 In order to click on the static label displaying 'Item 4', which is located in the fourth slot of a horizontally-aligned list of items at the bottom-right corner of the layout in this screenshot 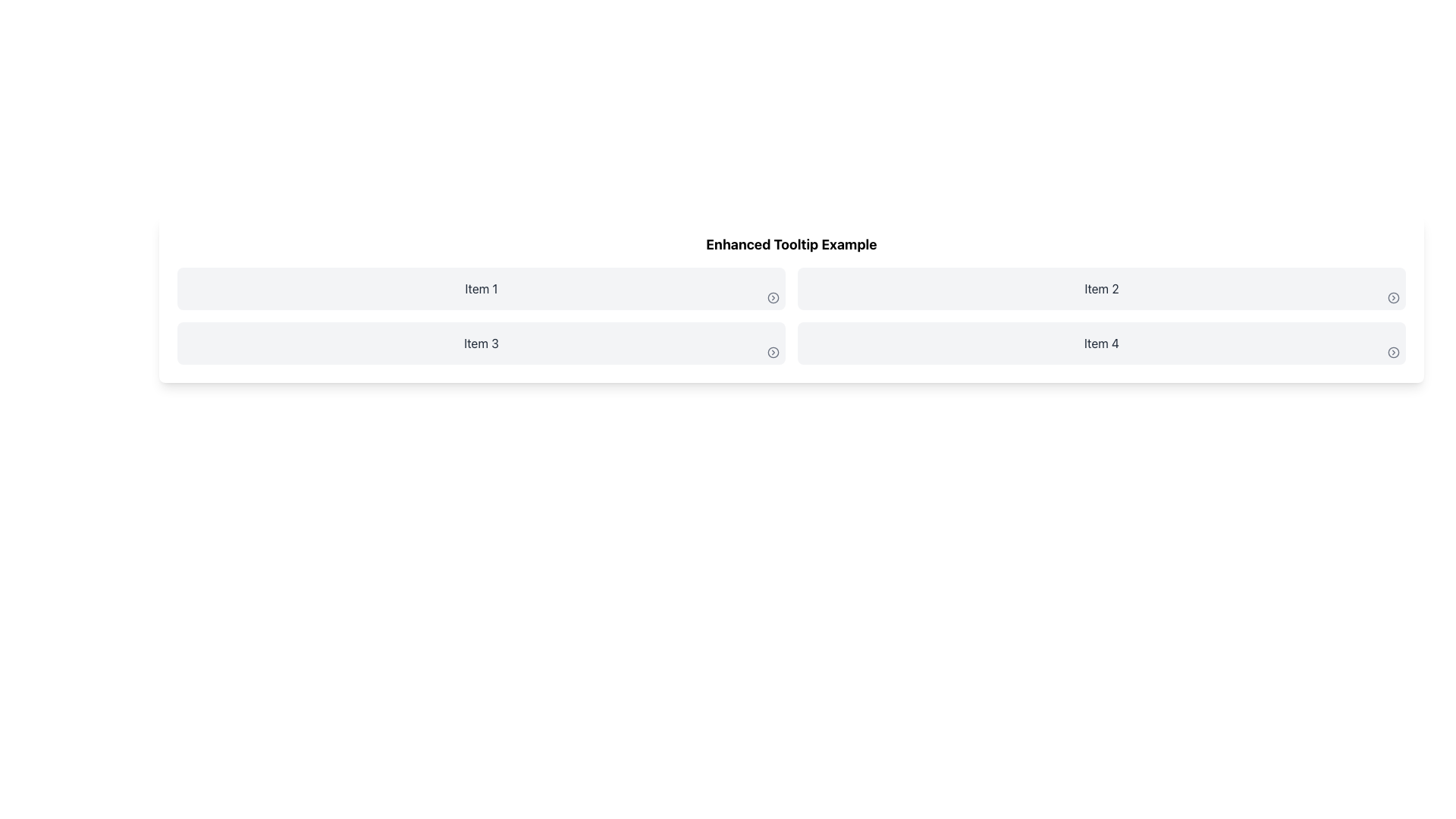, I will do `click(1102, 343)`.